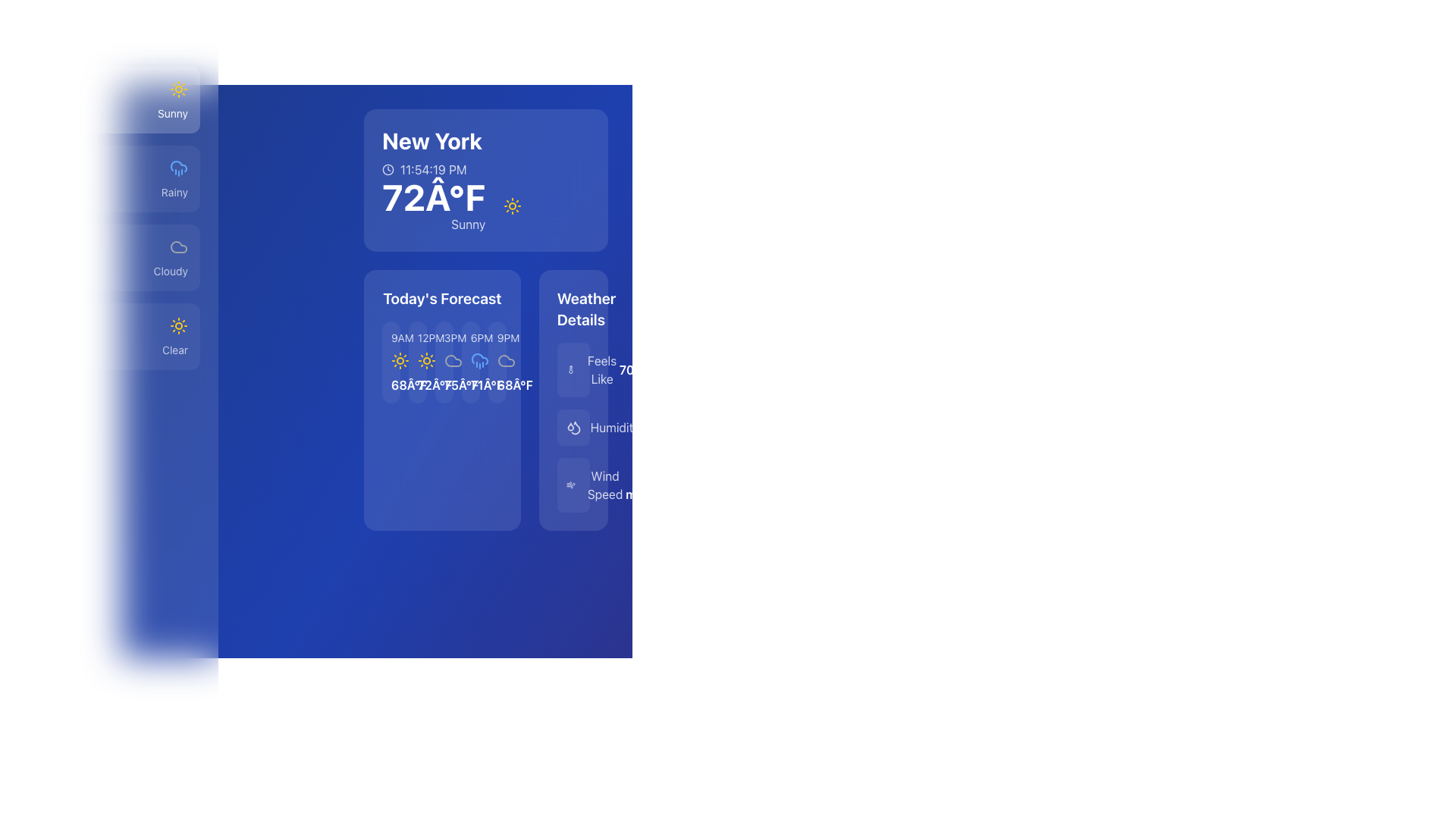 This screenshot has width=1456, height=819. I want to click on the visual state of the sunny weather icon located in the 'Today's Forecast' section, which is the first icon in the row of weather symbols, so click(425, 360).